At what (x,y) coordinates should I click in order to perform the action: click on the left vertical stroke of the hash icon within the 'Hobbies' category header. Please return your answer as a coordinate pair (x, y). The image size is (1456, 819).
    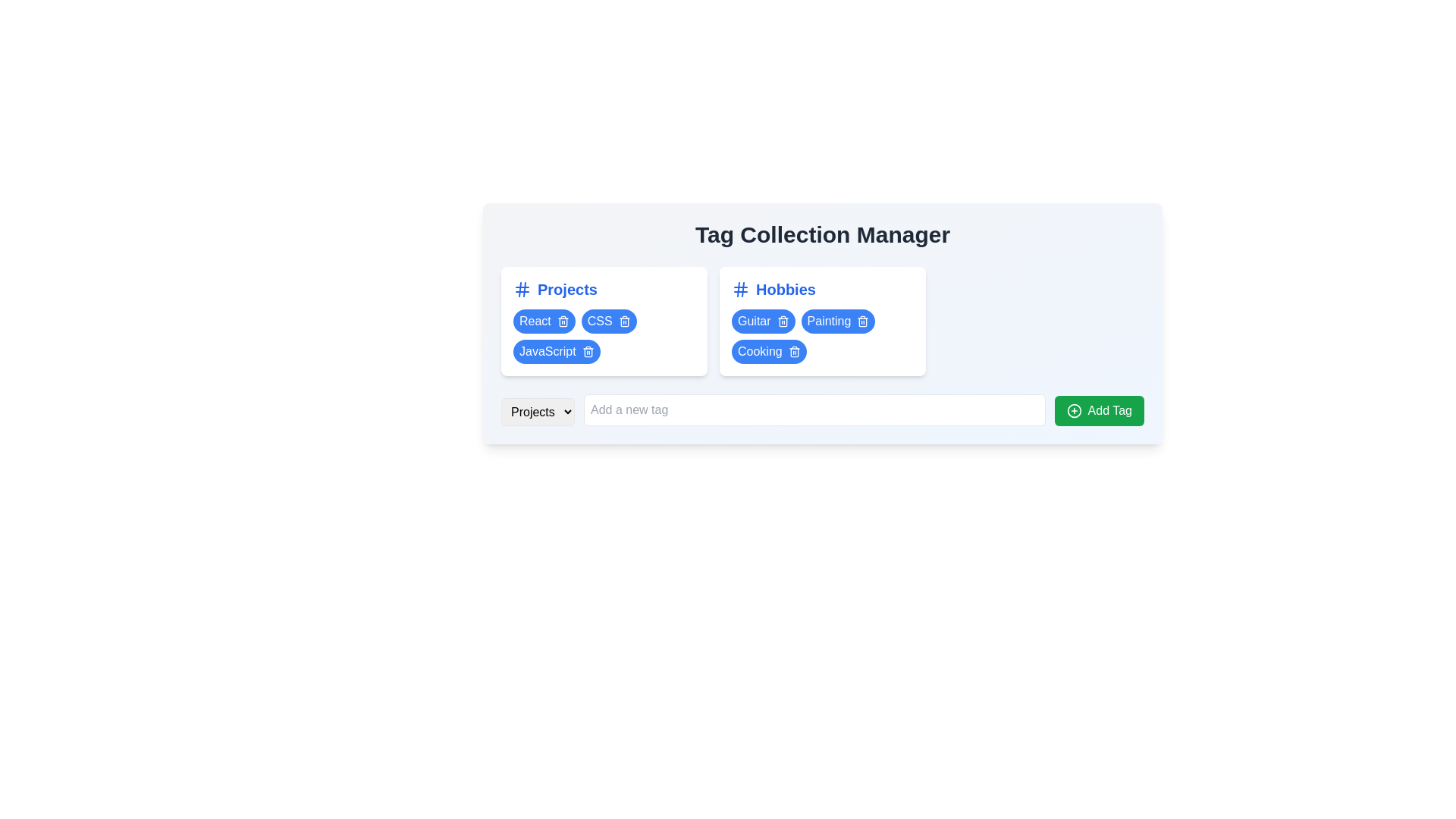
    Looking at the image, I should click on (739, 289).